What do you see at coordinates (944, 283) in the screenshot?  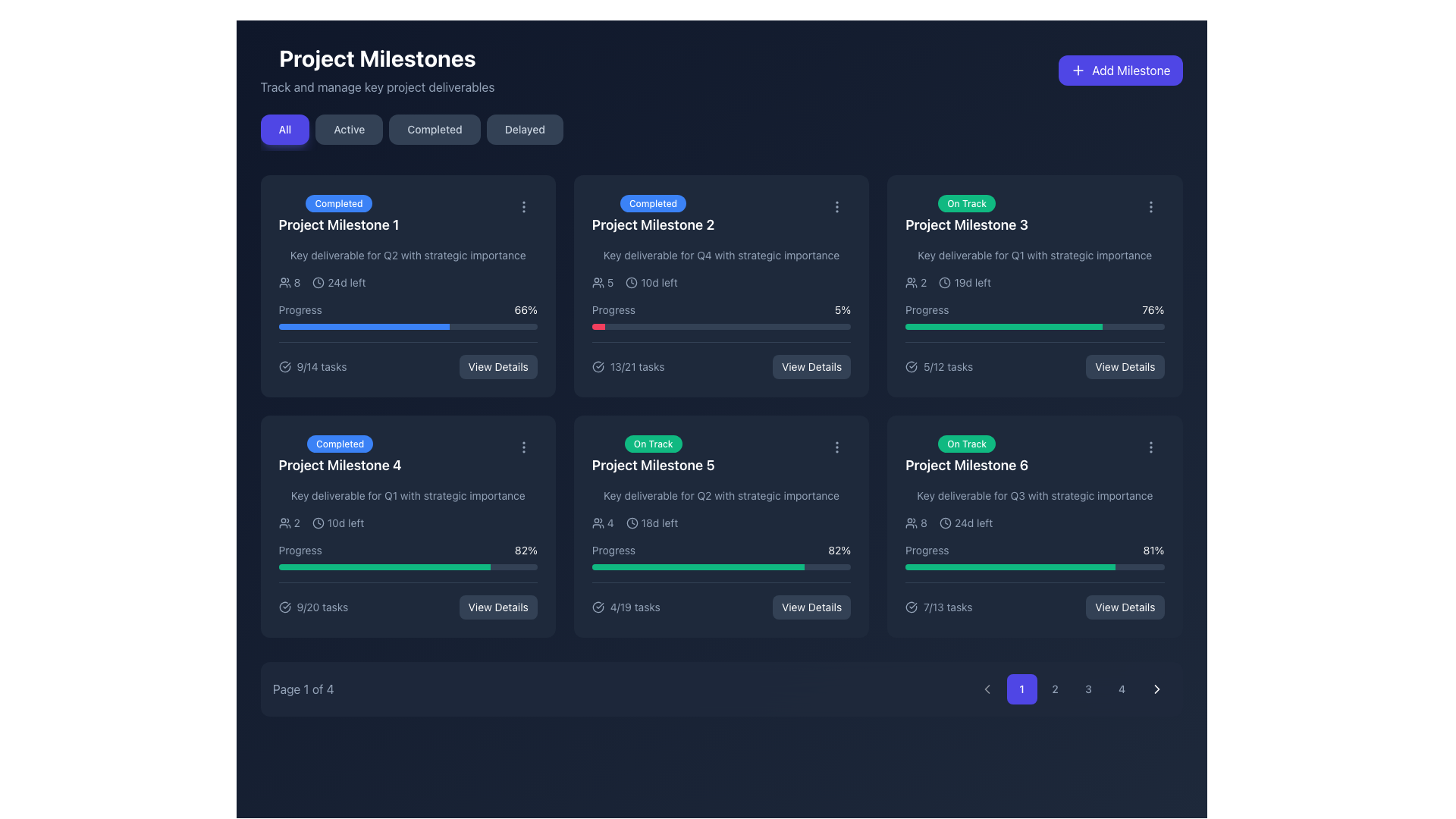 I see `the time-related icon located in the top-right corner of the 'Project Milestone 3' card, which is positioned to the left of the text '19d left'` at bounding box center [944, 283].